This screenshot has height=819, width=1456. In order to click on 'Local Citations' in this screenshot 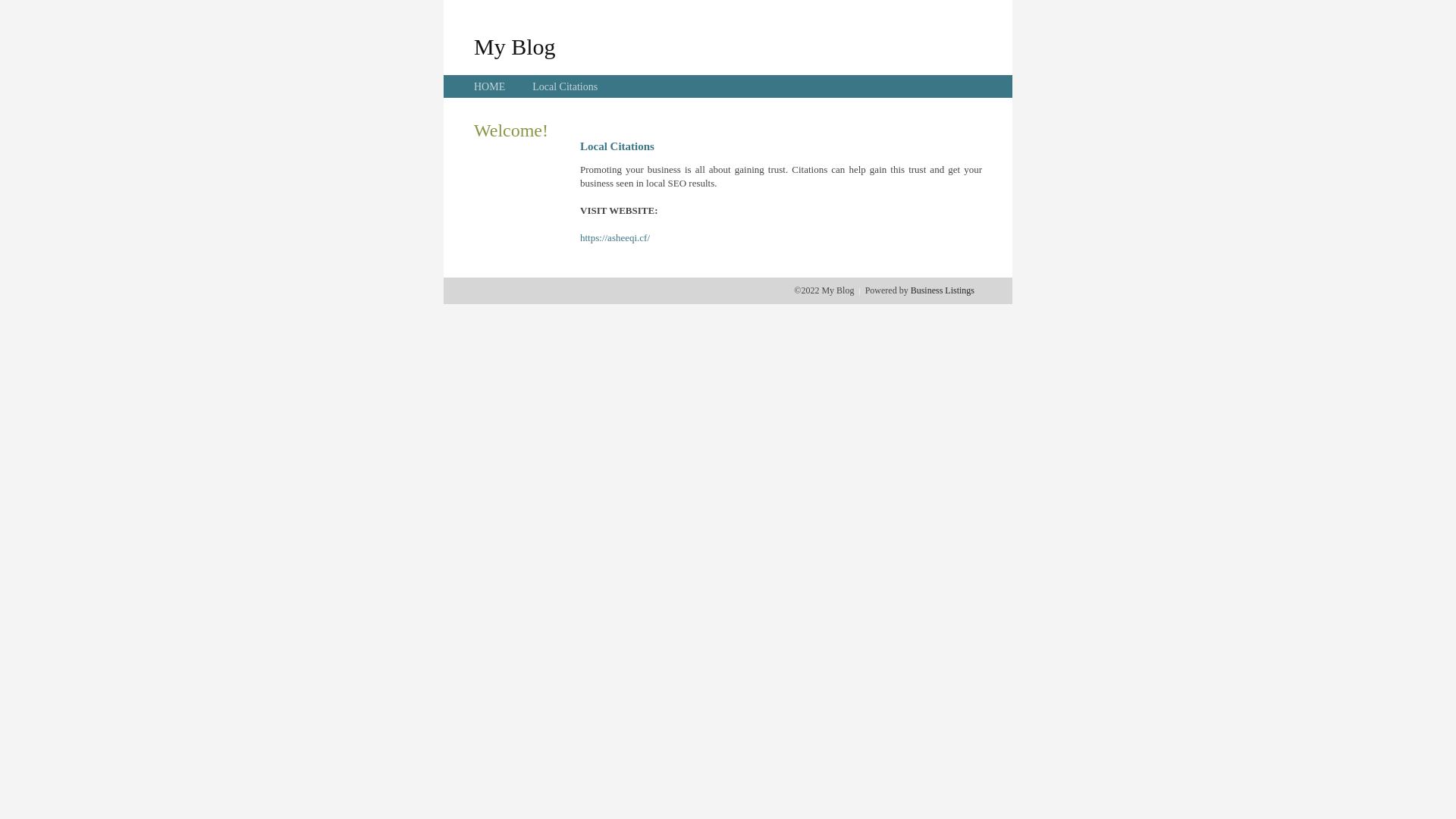, I will do `click(563, 86)`.